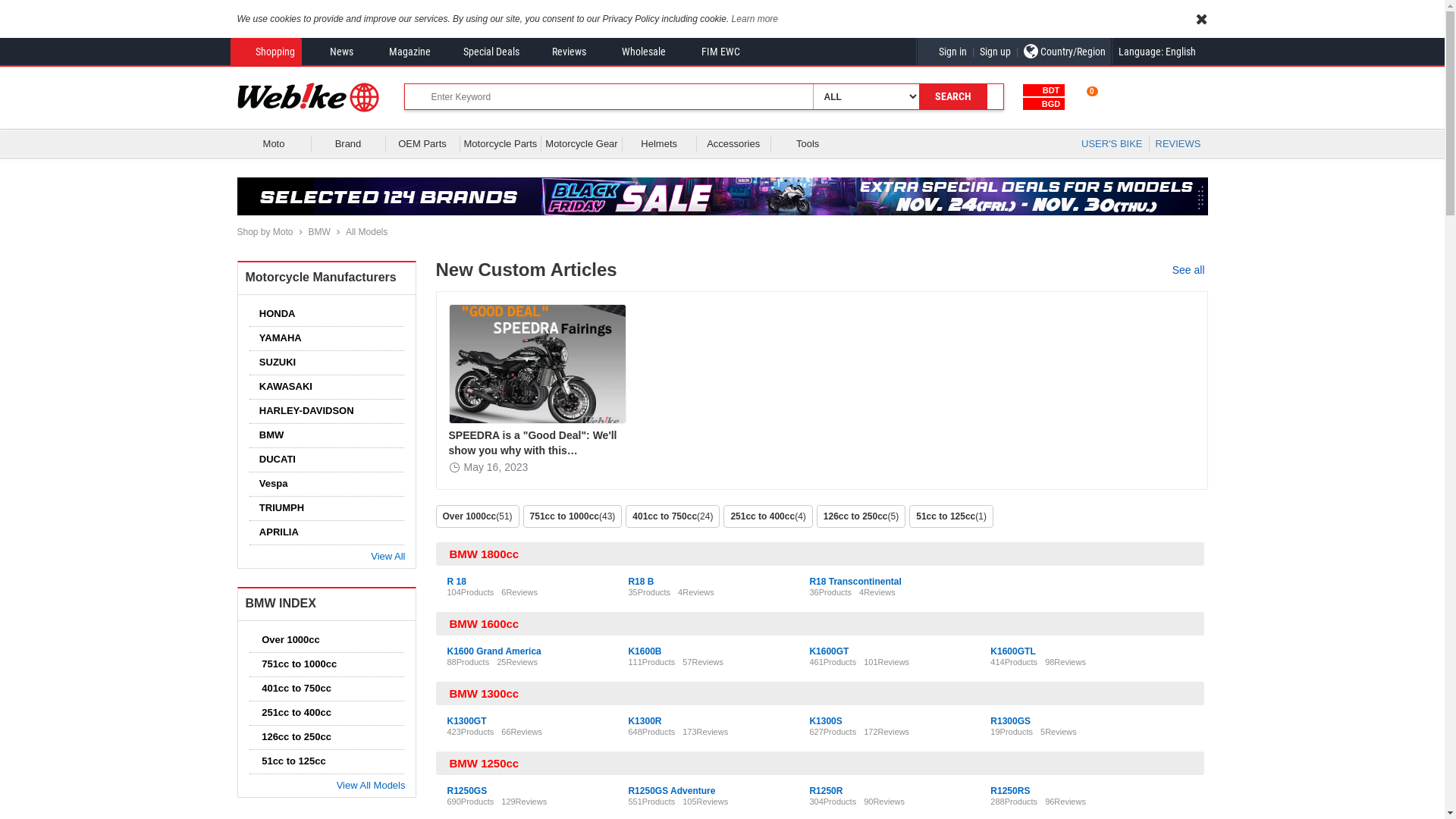  I want to click on 'Motorcycle Parts', so click(463, 143).